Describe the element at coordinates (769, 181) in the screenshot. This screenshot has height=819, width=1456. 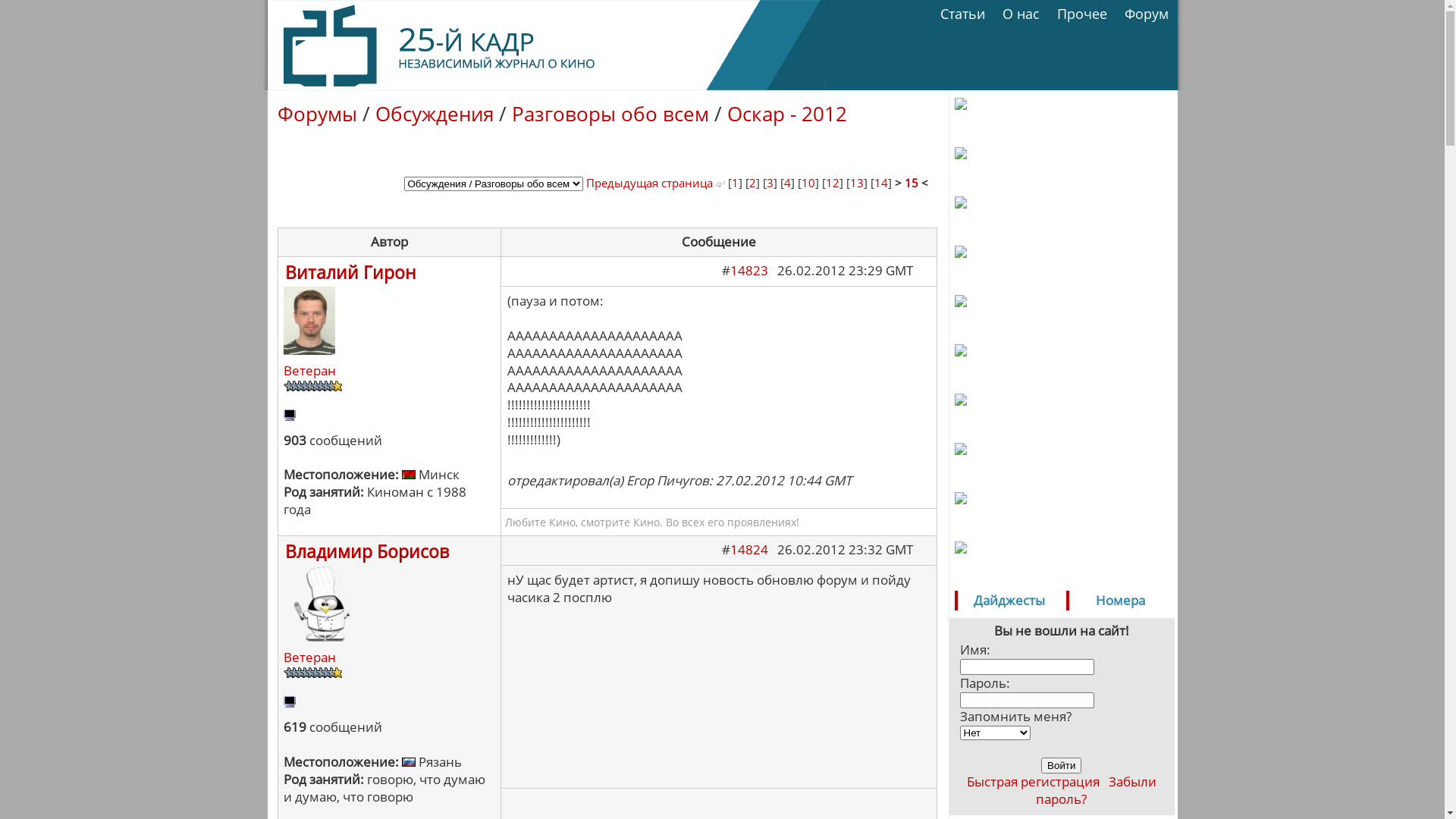
I see `'3'` at that location.